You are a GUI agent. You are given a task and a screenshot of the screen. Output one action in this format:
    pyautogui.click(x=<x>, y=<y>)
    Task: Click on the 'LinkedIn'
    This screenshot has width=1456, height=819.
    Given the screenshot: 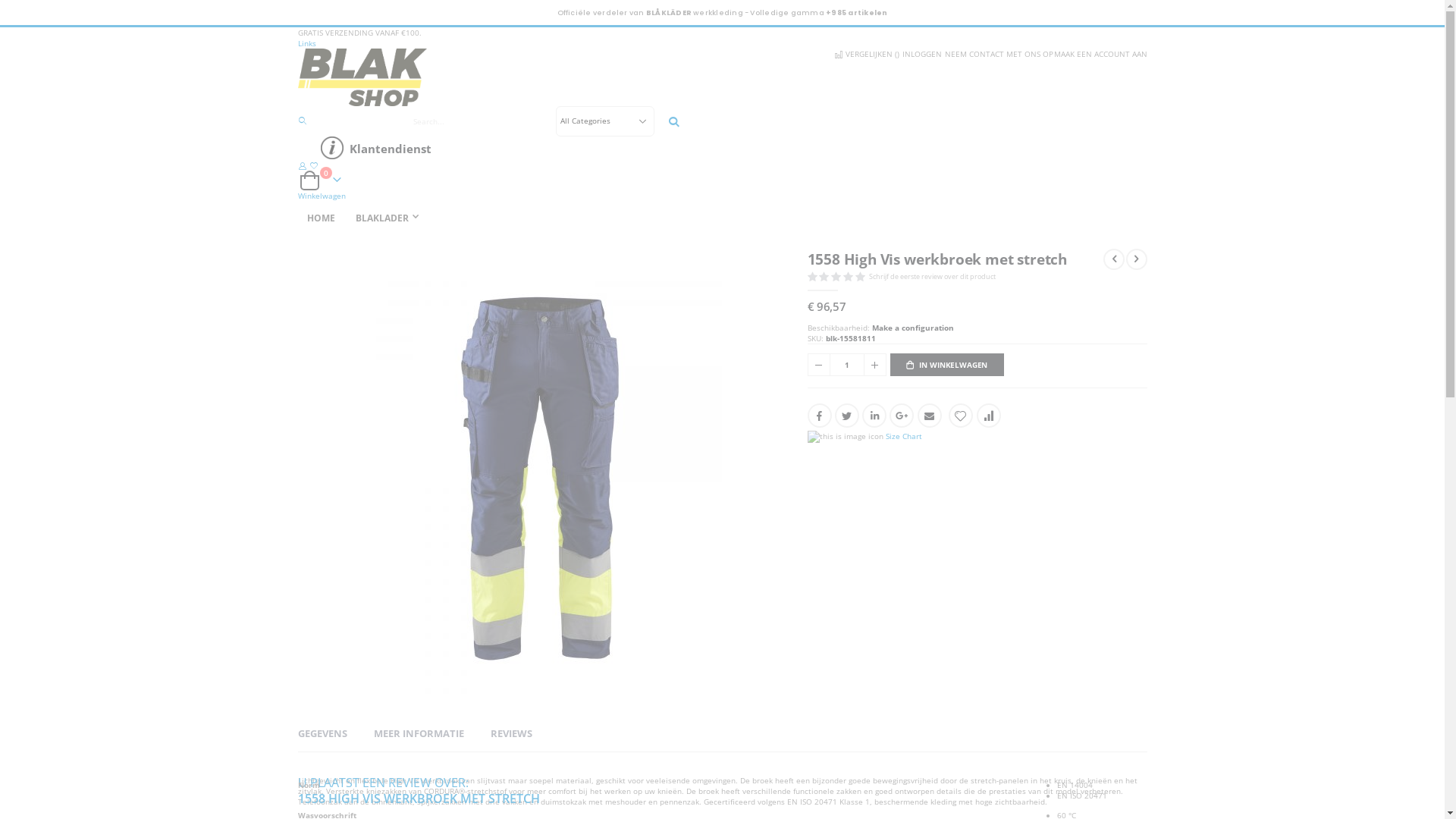 What is the action you would take?
    pyautogui.click(x=874, y=415)
    